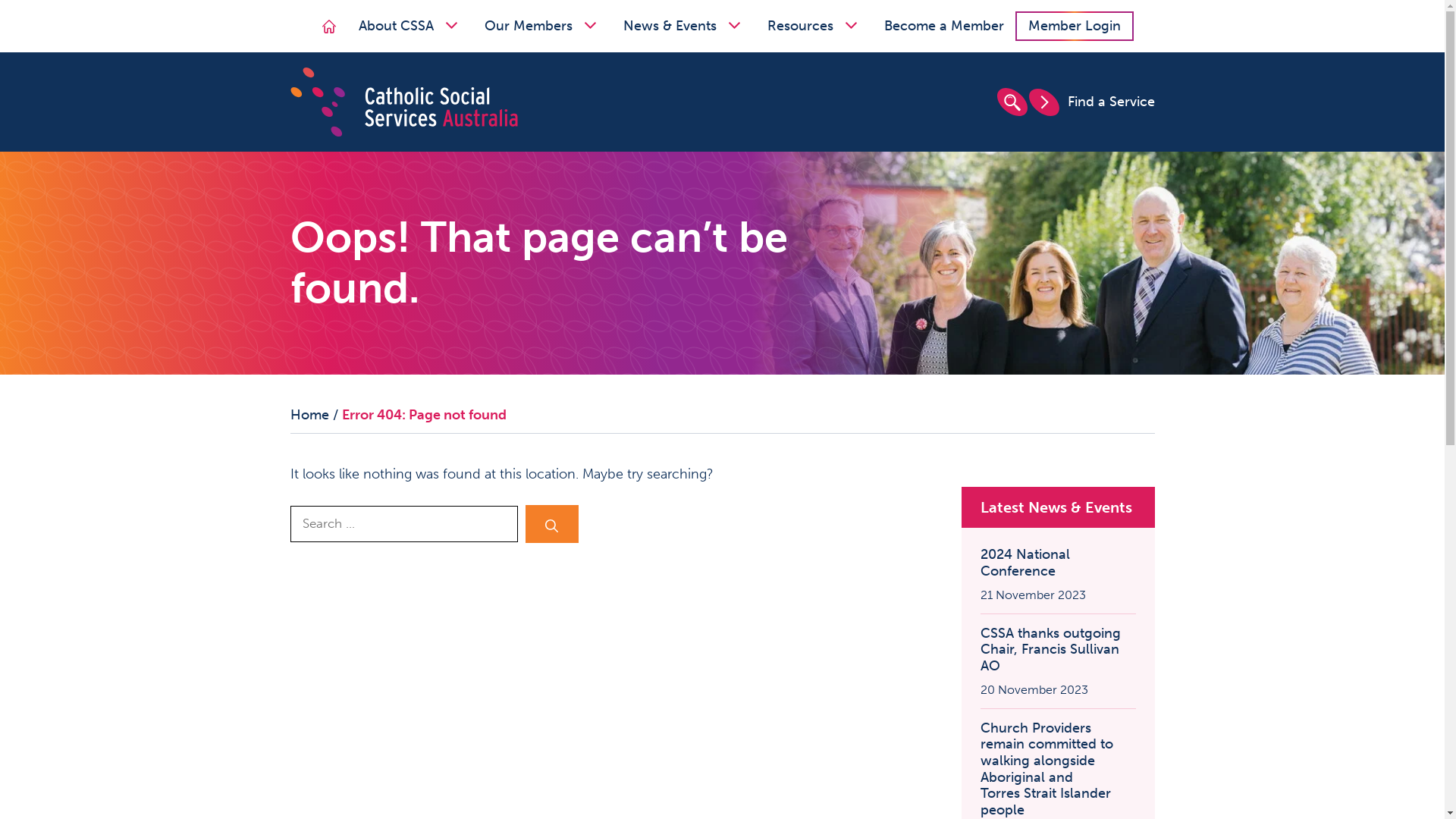 This screenshot has height=819, width=1456. What do you see at coordinates (1073, 26) in the screenshot?
I see `'Member Login'` at bounding box center [1073, 26].